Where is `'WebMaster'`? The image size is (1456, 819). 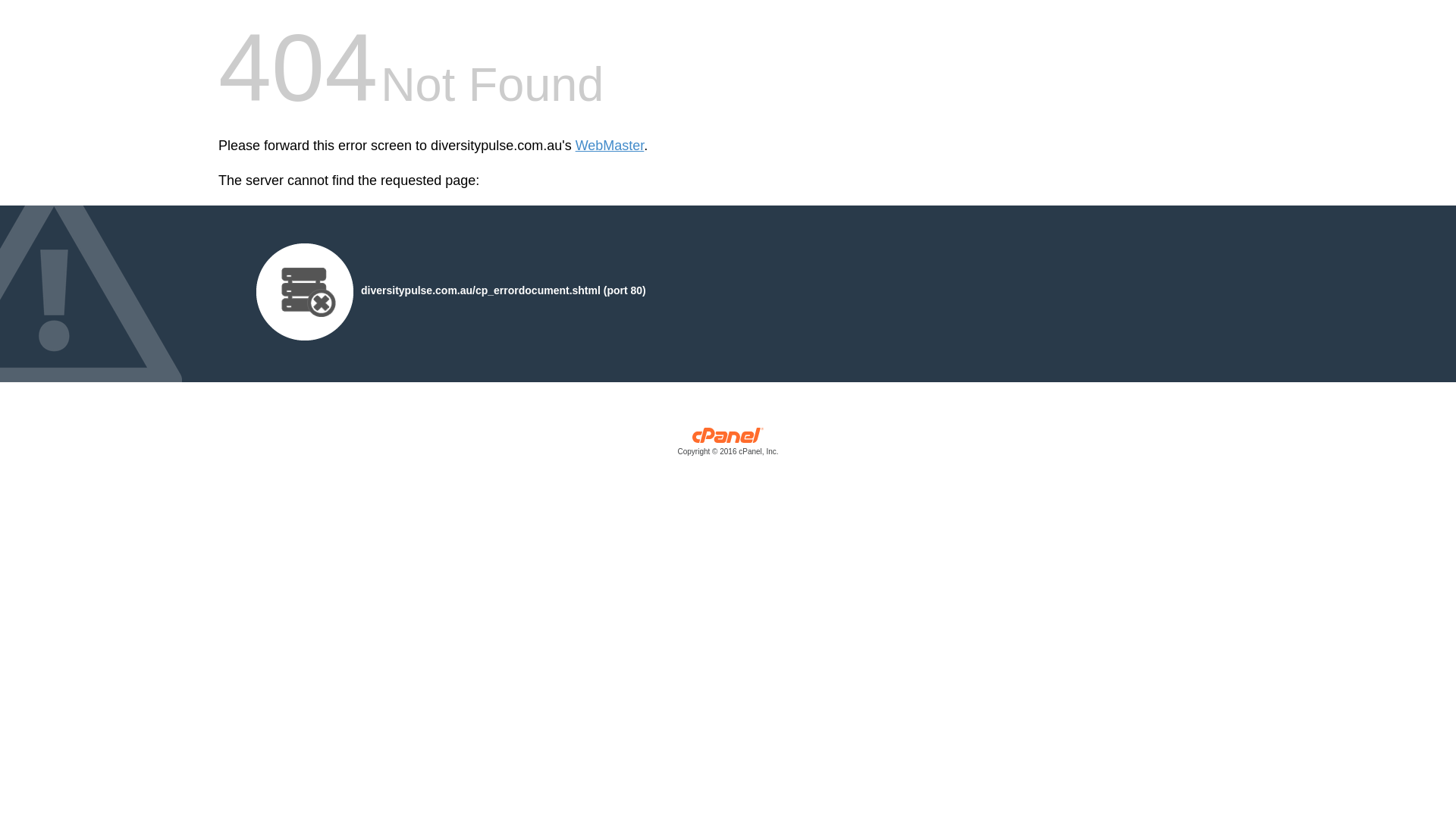 'WebMaster' is located at coordinates (610, 146).